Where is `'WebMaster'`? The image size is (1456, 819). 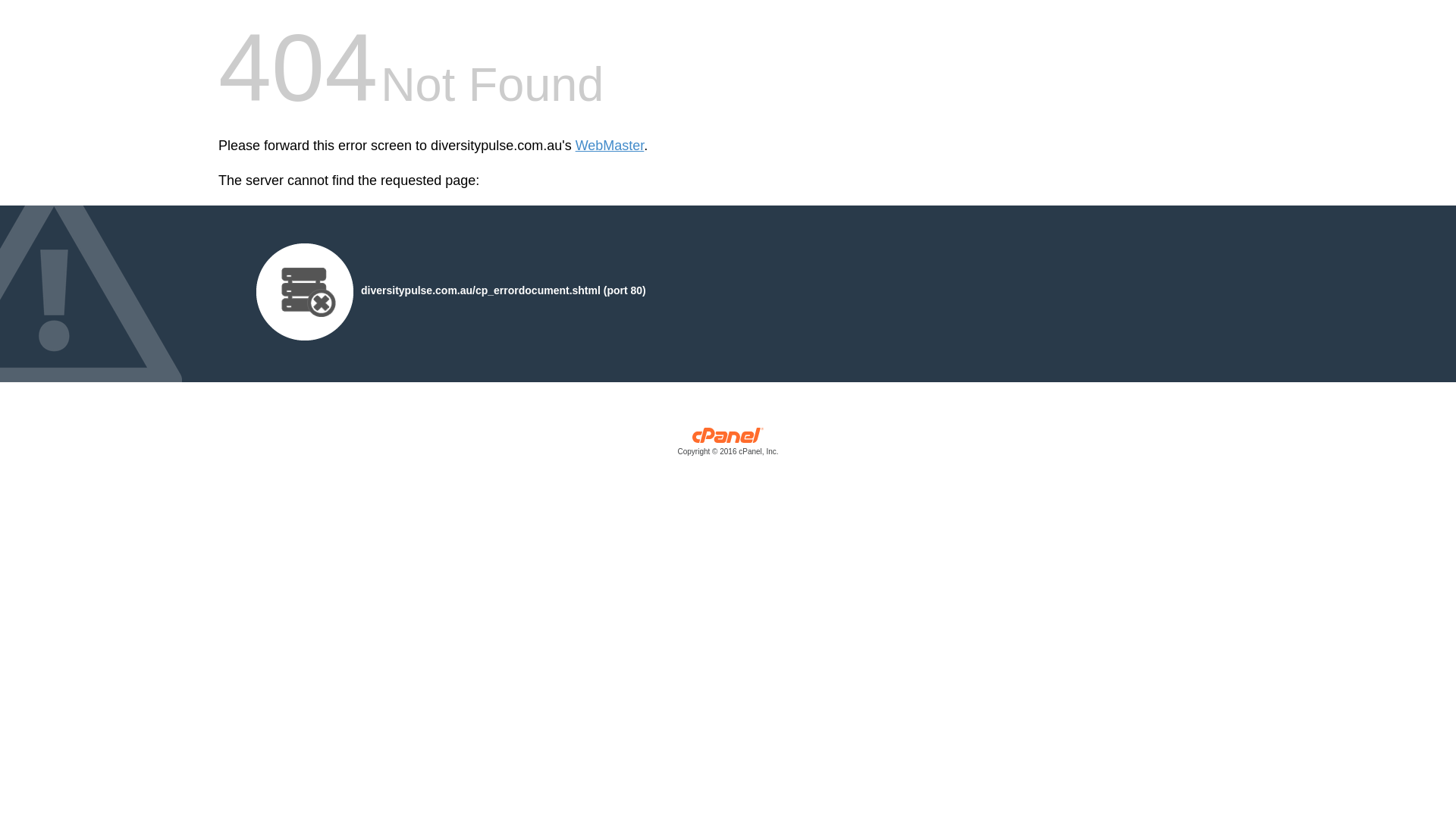 'WebMaster' is located at coordinates (610, 146).